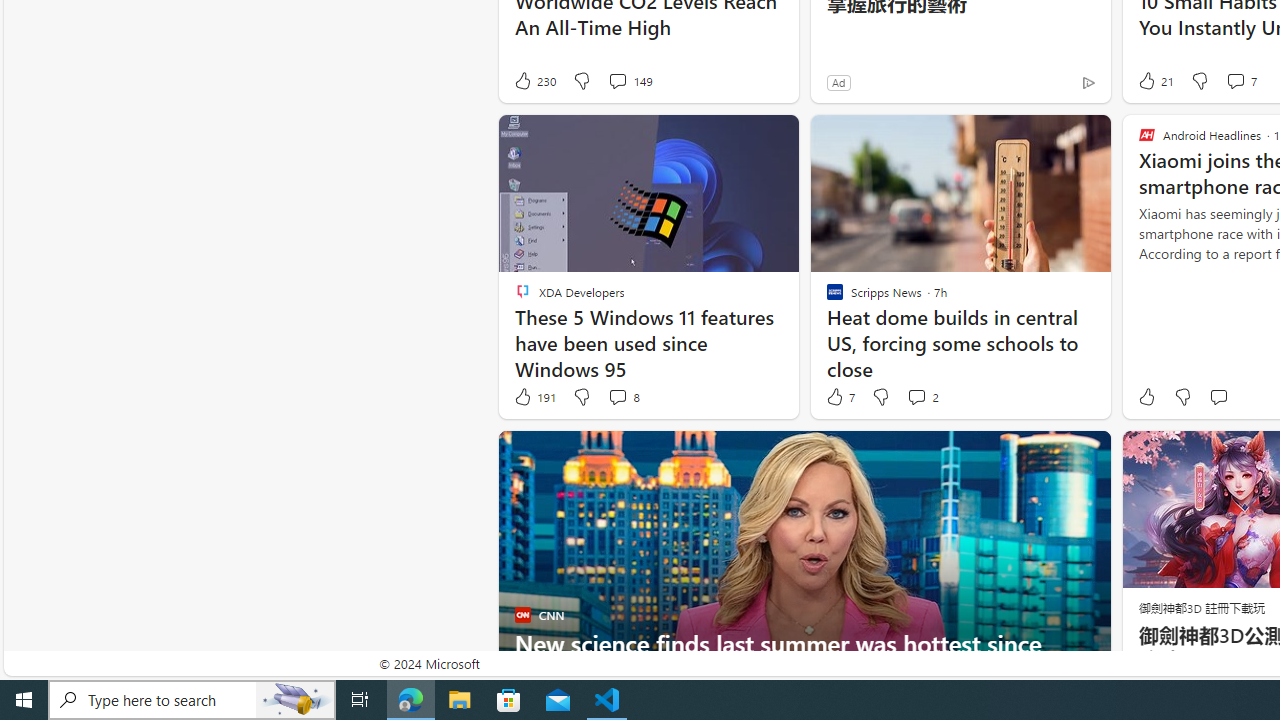  What do you see at coordinates (1146, 397) in the screenshot?
I see `'Like'` at bounding box center [1146, 397].